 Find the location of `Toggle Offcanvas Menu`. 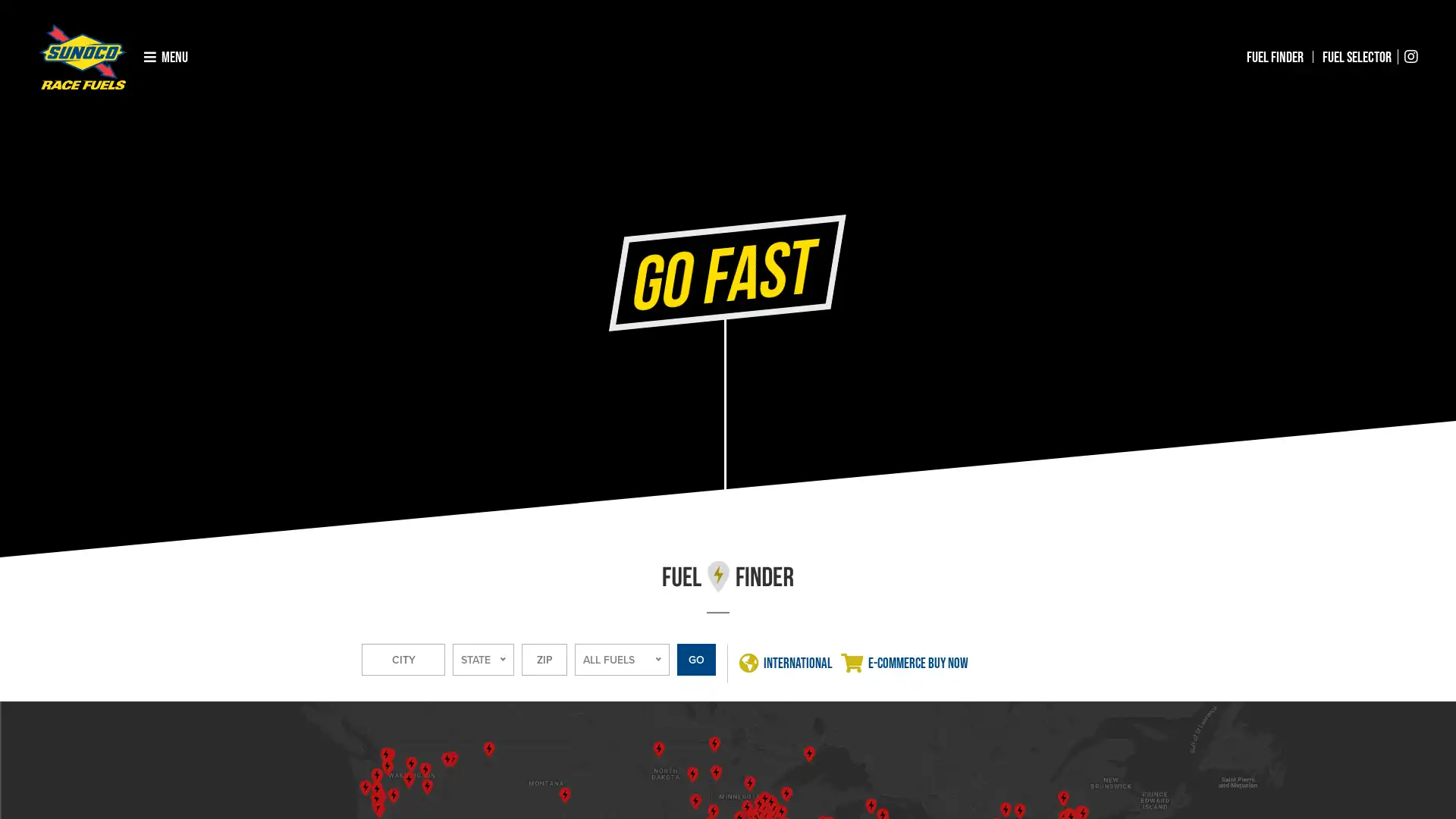

Toggle Offcanvas Menu is located at coordinates (166, 55).